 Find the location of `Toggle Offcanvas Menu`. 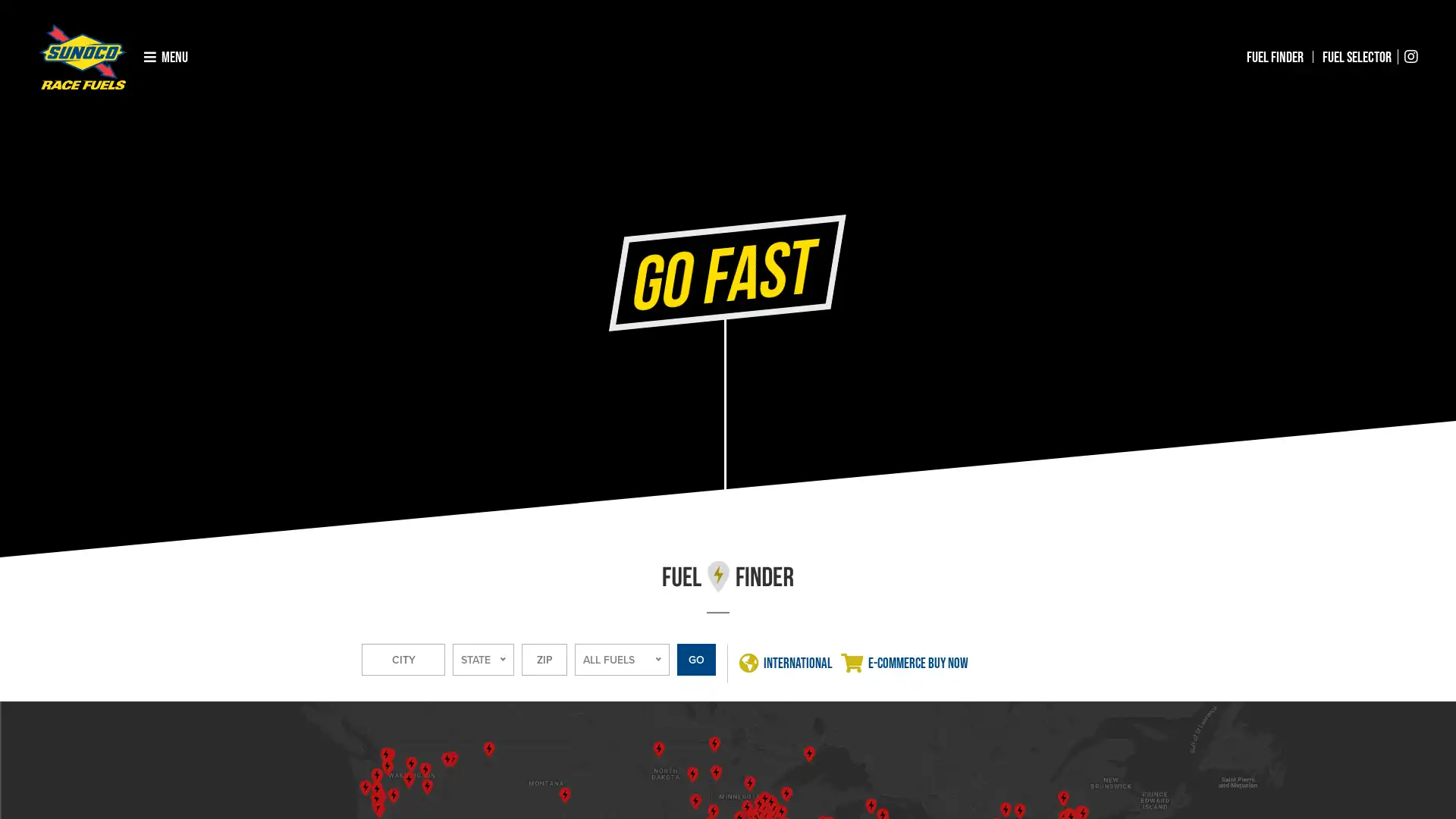

Toggle Offcanvas Menu is located at coordinates (166, 55).